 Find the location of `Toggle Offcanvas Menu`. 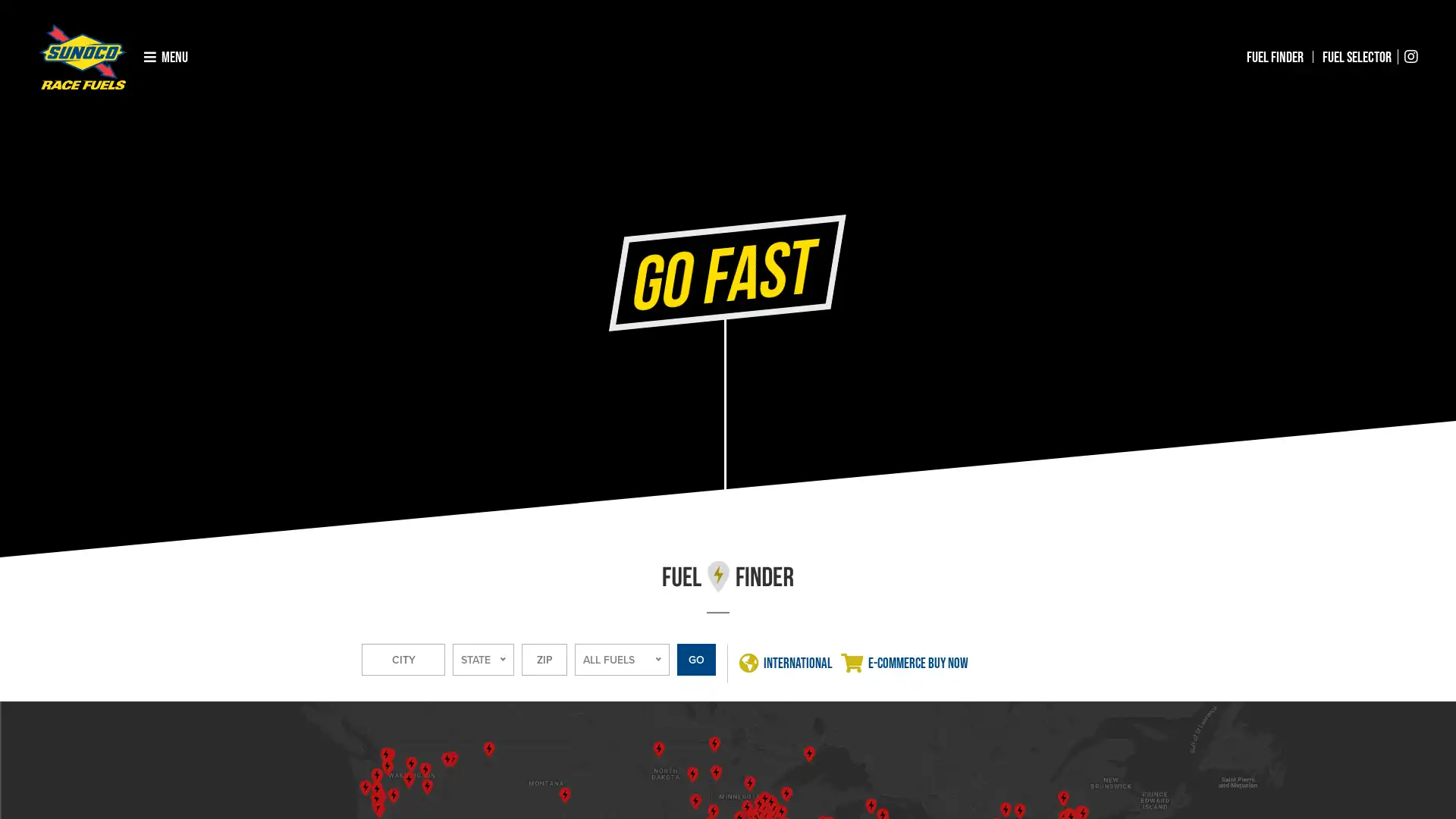

Toggle Offcanvas Menu is located at coordinates (166, 55).